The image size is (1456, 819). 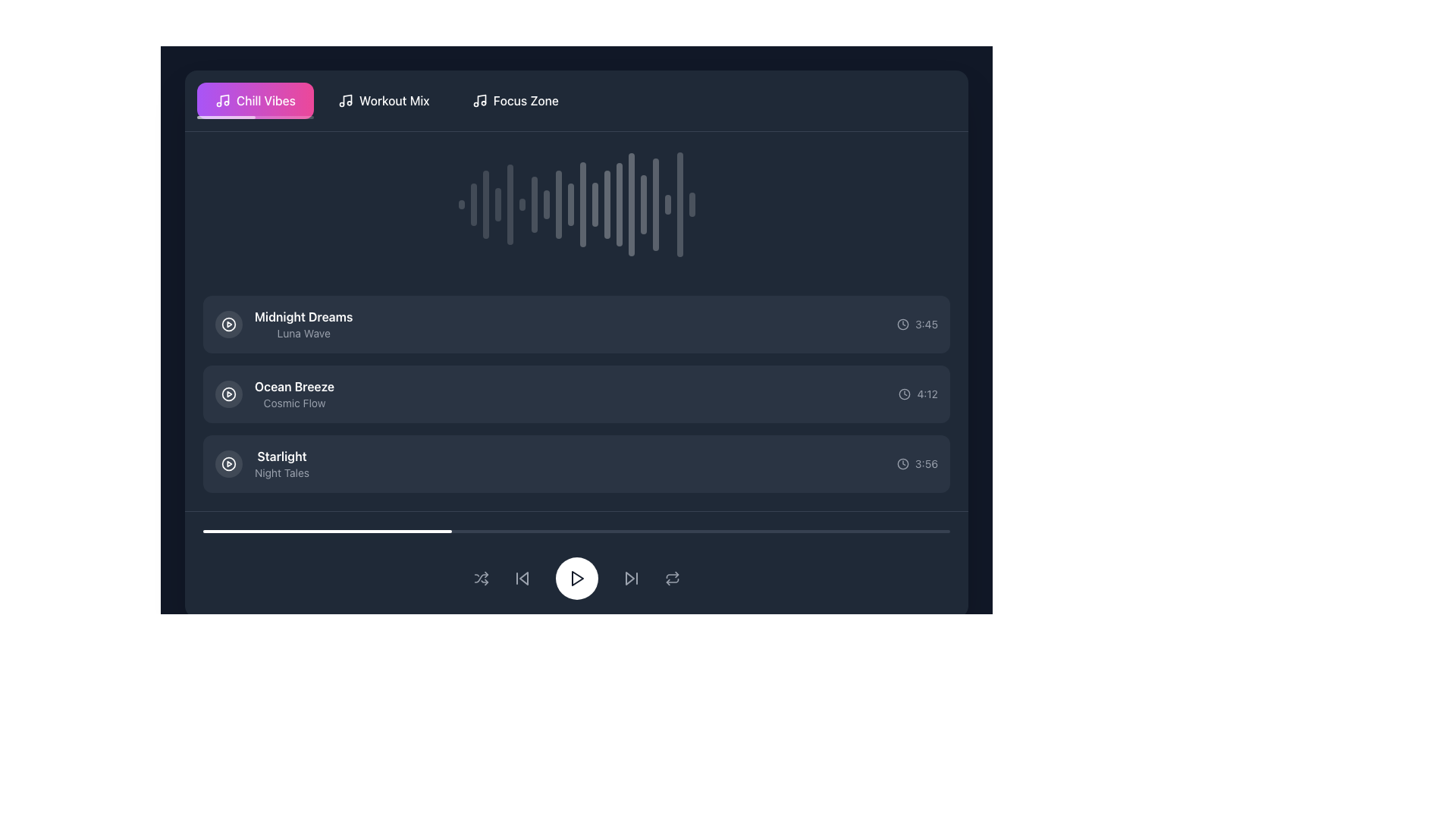 What do you see at coordinates (294, 385) in the screenshot?
I see `the text label displaying the title 'Ocean Breeze', which is located in the middle of the list as the first line of the second track item` at bounding box center [294, 385].